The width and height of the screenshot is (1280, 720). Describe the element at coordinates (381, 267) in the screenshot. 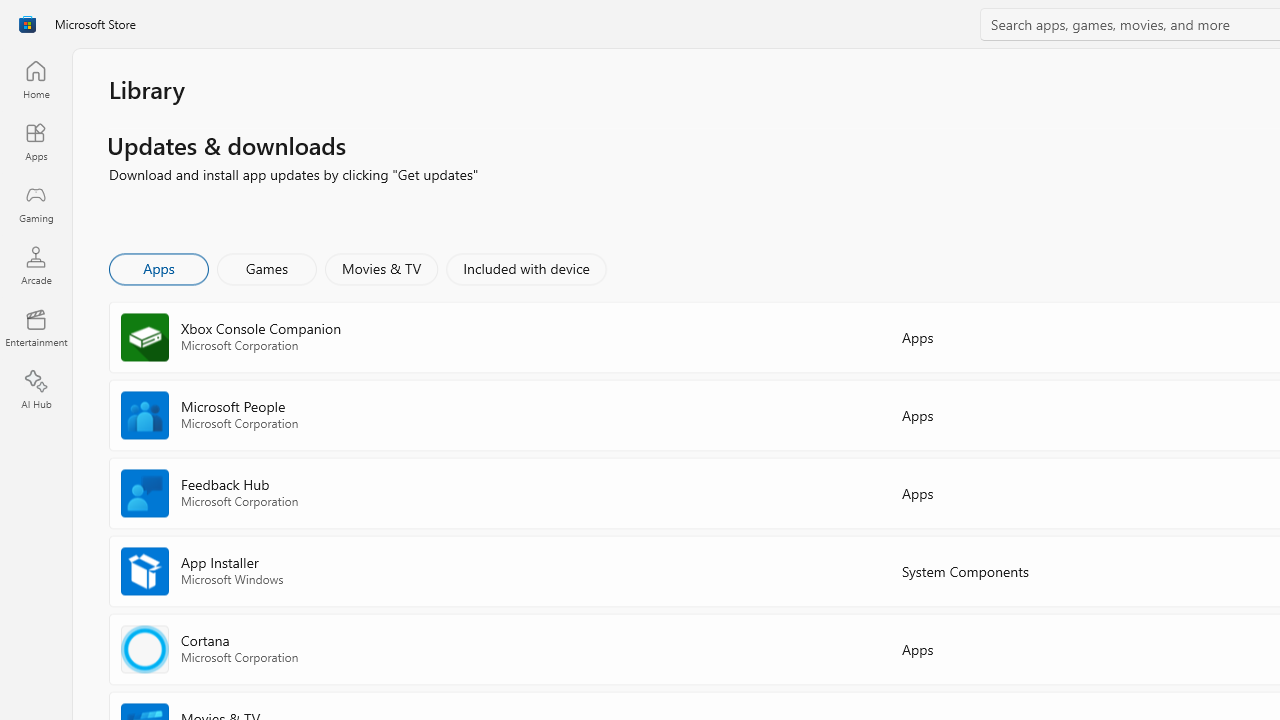

I see `'Movies & TV'` at that location.